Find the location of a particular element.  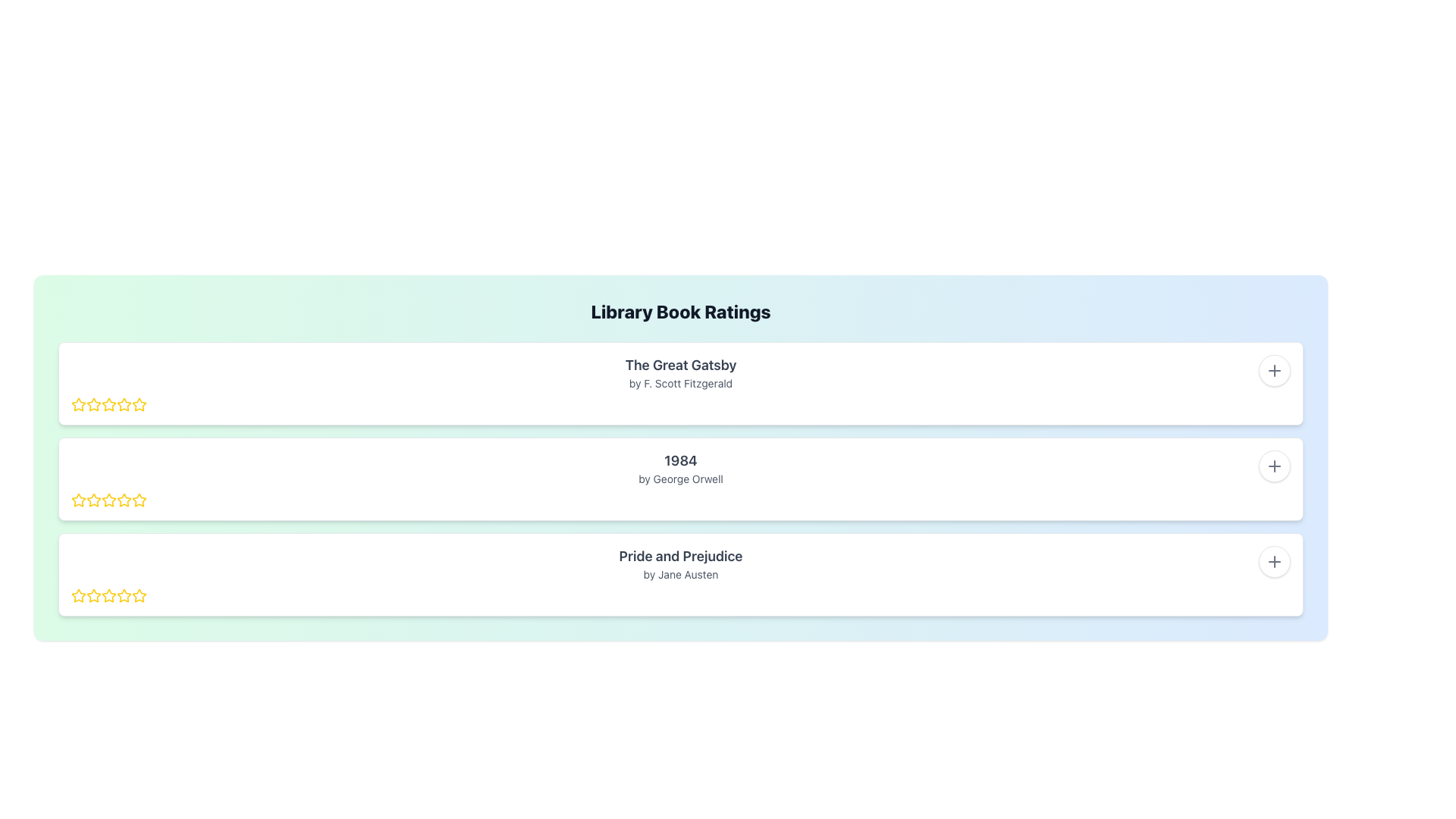

the fifth star icon in the rating row is located at coordinates (139, 595).